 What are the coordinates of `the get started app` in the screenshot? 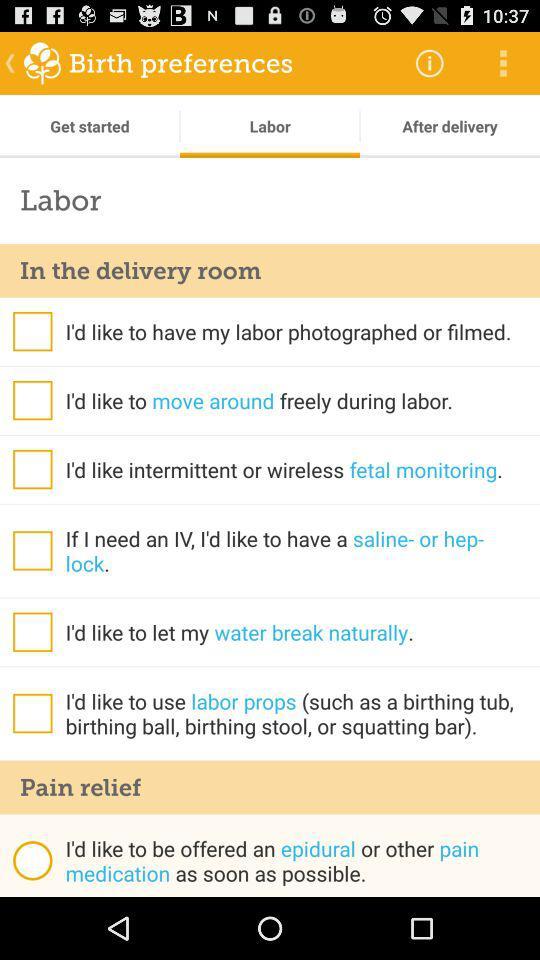 It's located at (89, 125).